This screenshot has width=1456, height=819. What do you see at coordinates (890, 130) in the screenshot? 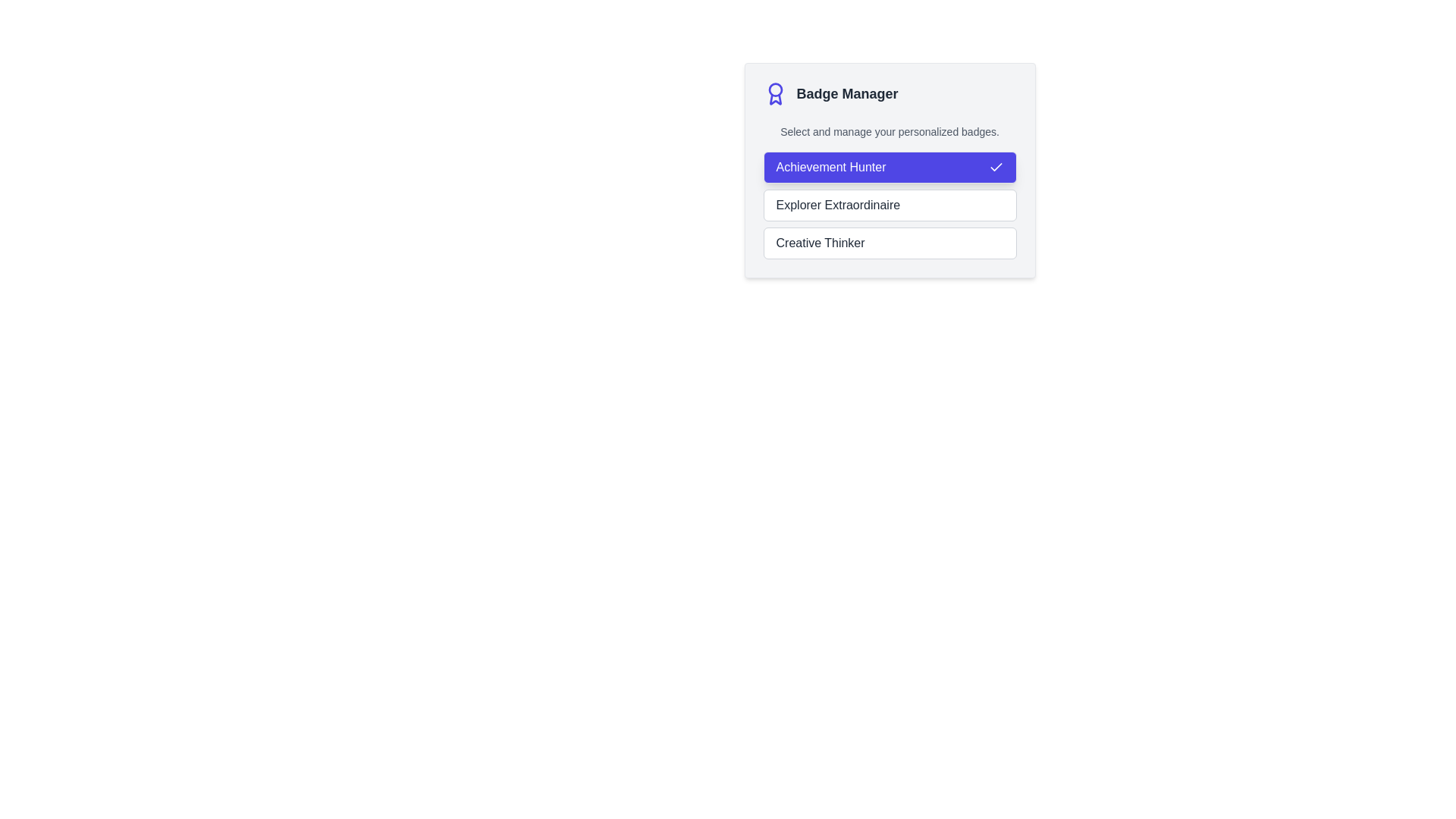
I see `the text label displaying 'Select and manage your personalized badges.' which is positioned below the 'Badge Manager' heading` at bounding box center [890, 130].